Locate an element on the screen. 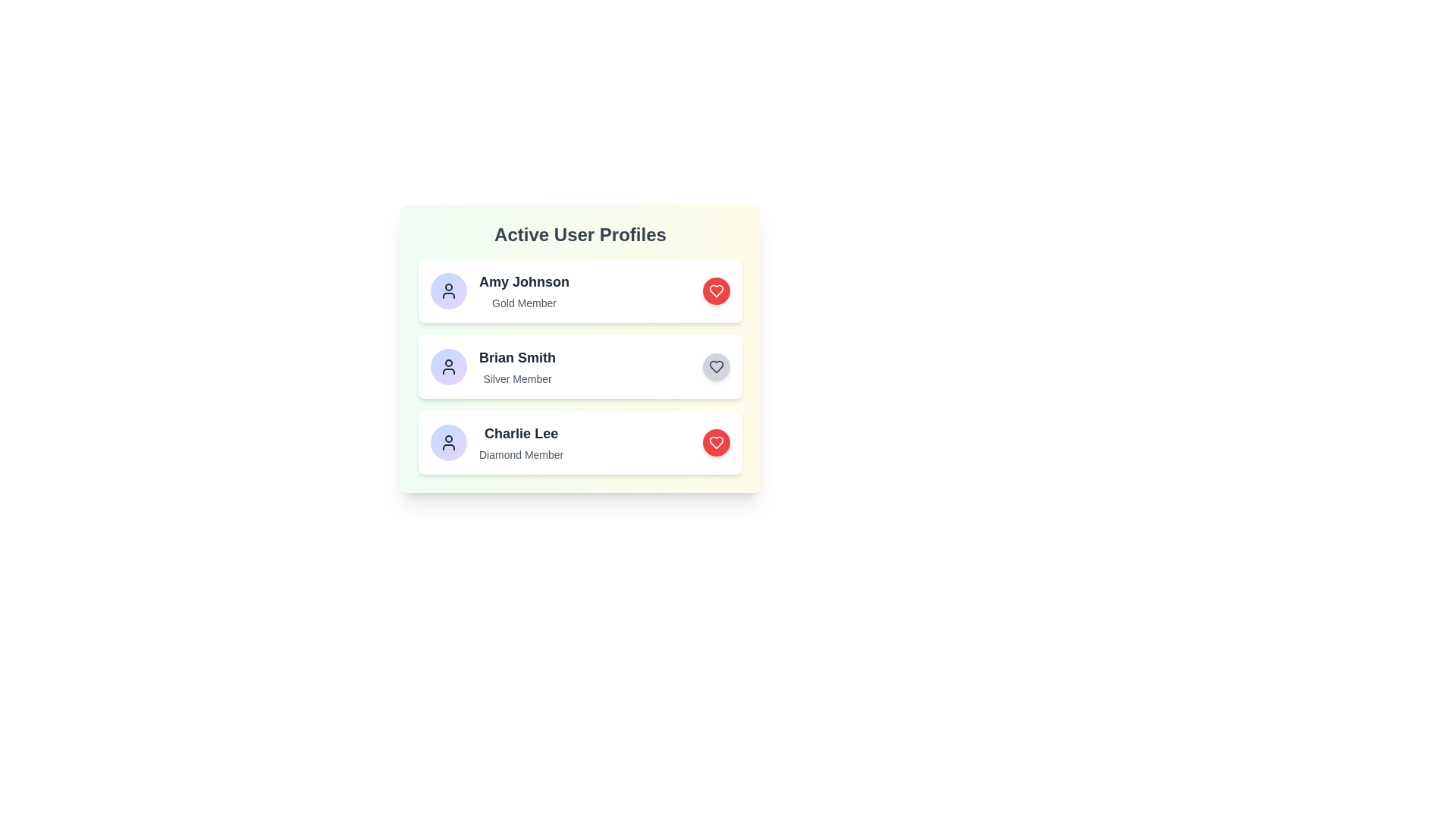 The width and height of the screenshot is (1456, 819). the user silhouette icon, which is the second in a vertical list of profile icons is located at coordinates (447, 366).